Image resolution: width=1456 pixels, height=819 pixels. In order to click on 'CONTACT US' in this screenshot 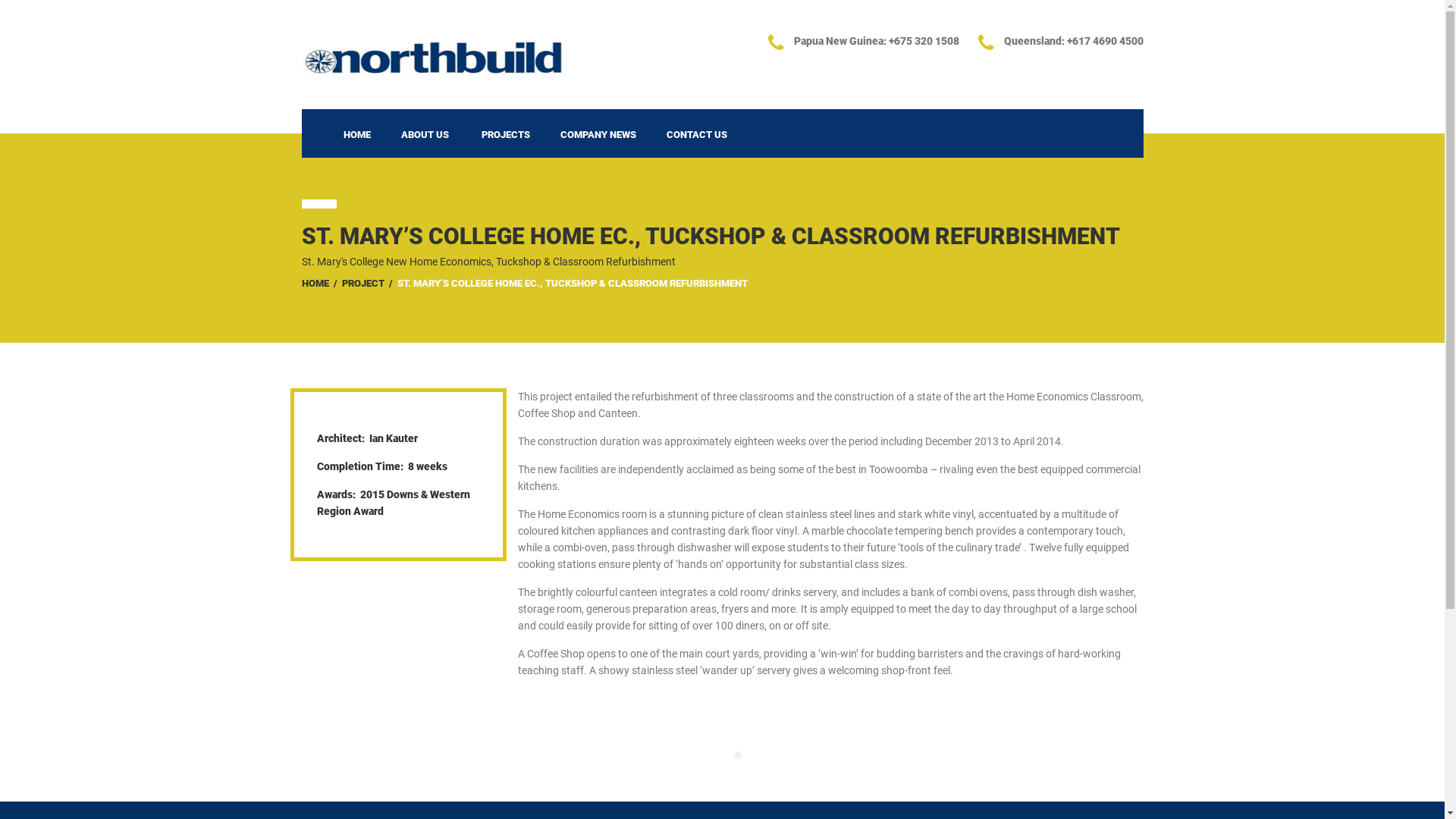, I will do `click(695, 133)`.